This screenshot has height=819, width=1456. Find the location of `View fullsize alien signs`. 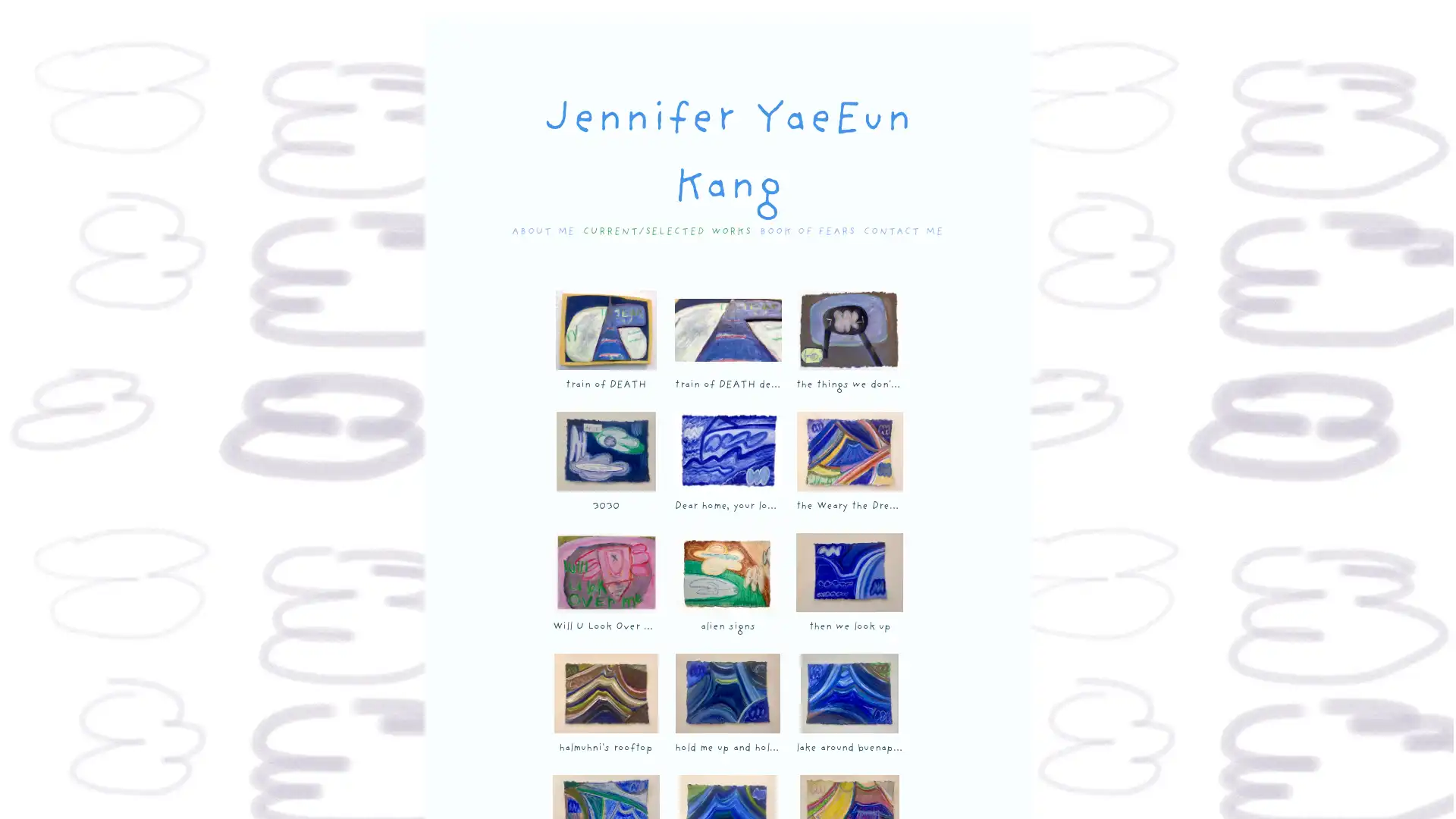

View fullsize alien signs is located at coordinates (726, 573).